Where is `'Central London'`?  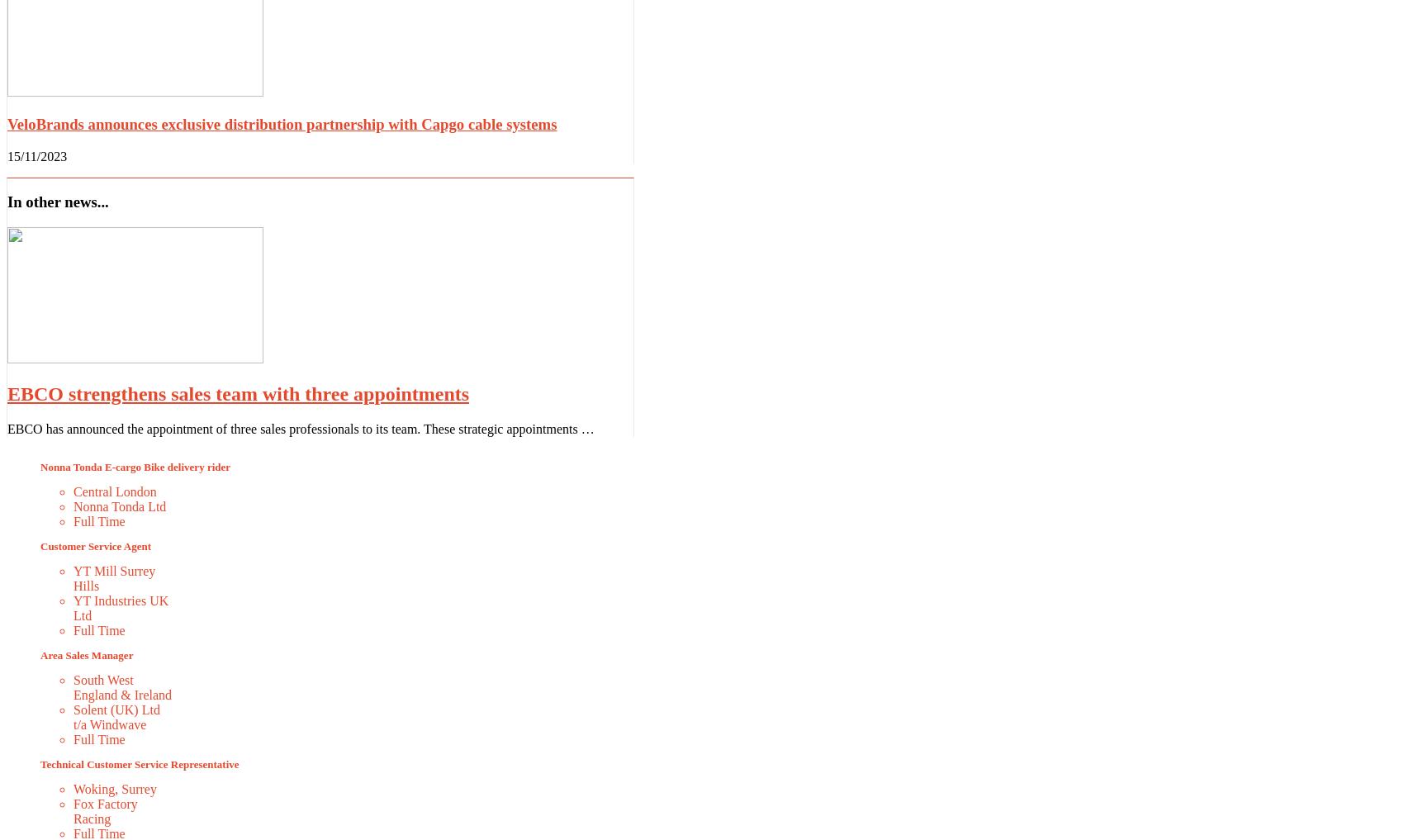
'Central London' is located at coordinates (114, 490).